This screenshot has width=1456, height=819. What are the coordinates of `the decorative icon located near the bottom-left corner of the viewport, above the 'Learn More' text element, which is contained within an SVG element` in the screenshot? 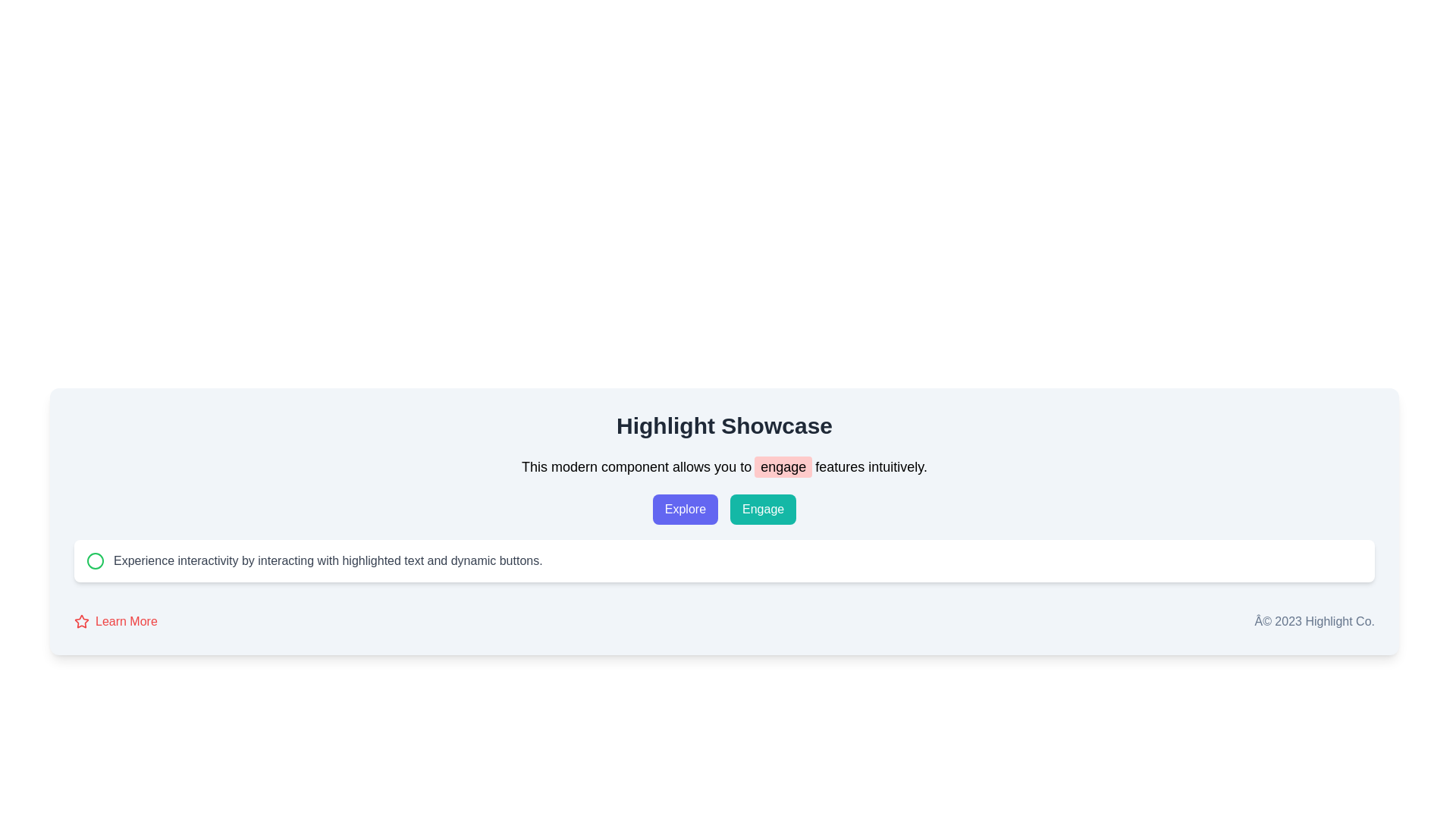 It's located at (81, 621).